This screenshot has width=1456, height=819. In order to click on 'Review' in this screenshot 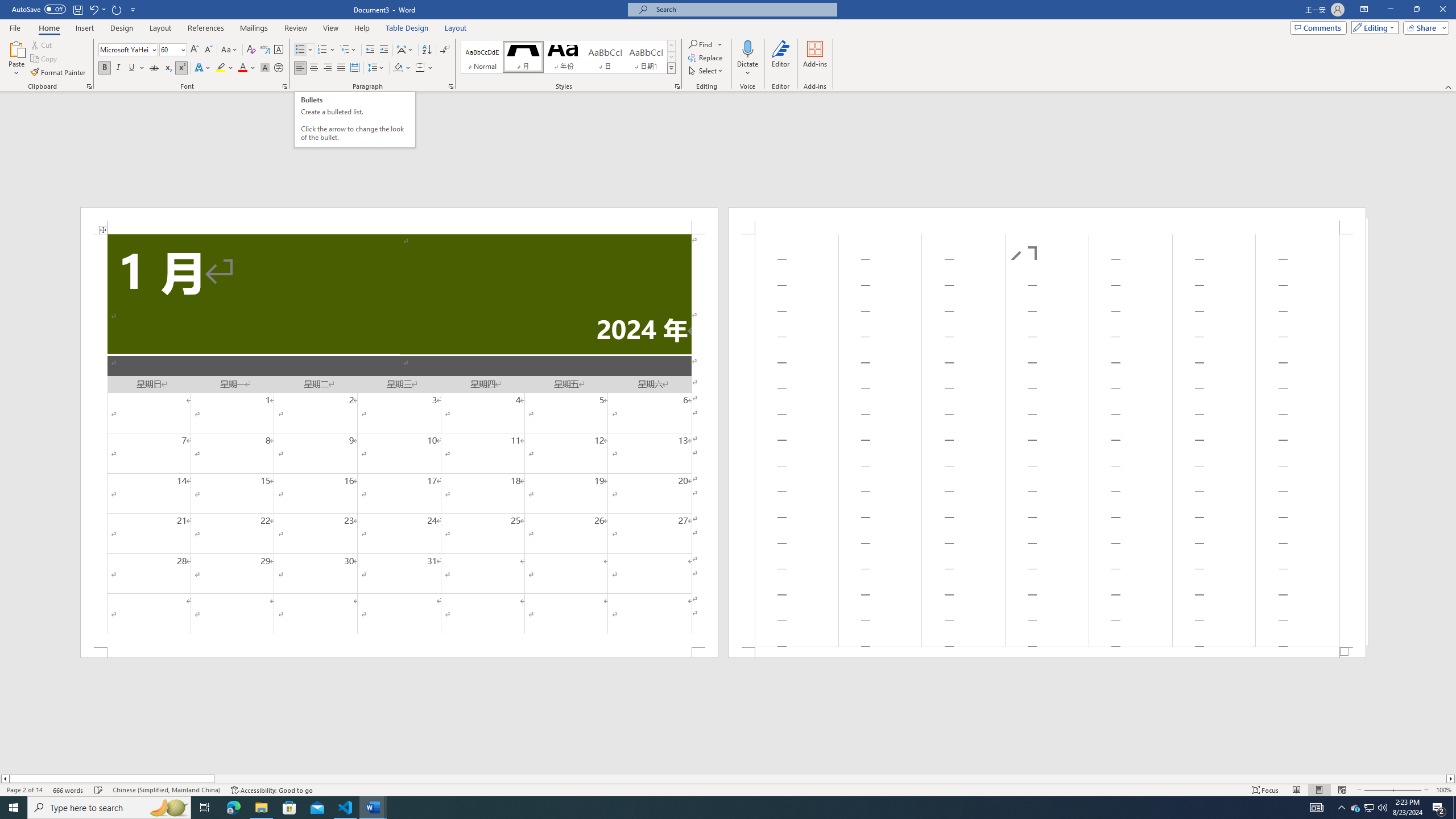, I will do `click(295, 28)`.